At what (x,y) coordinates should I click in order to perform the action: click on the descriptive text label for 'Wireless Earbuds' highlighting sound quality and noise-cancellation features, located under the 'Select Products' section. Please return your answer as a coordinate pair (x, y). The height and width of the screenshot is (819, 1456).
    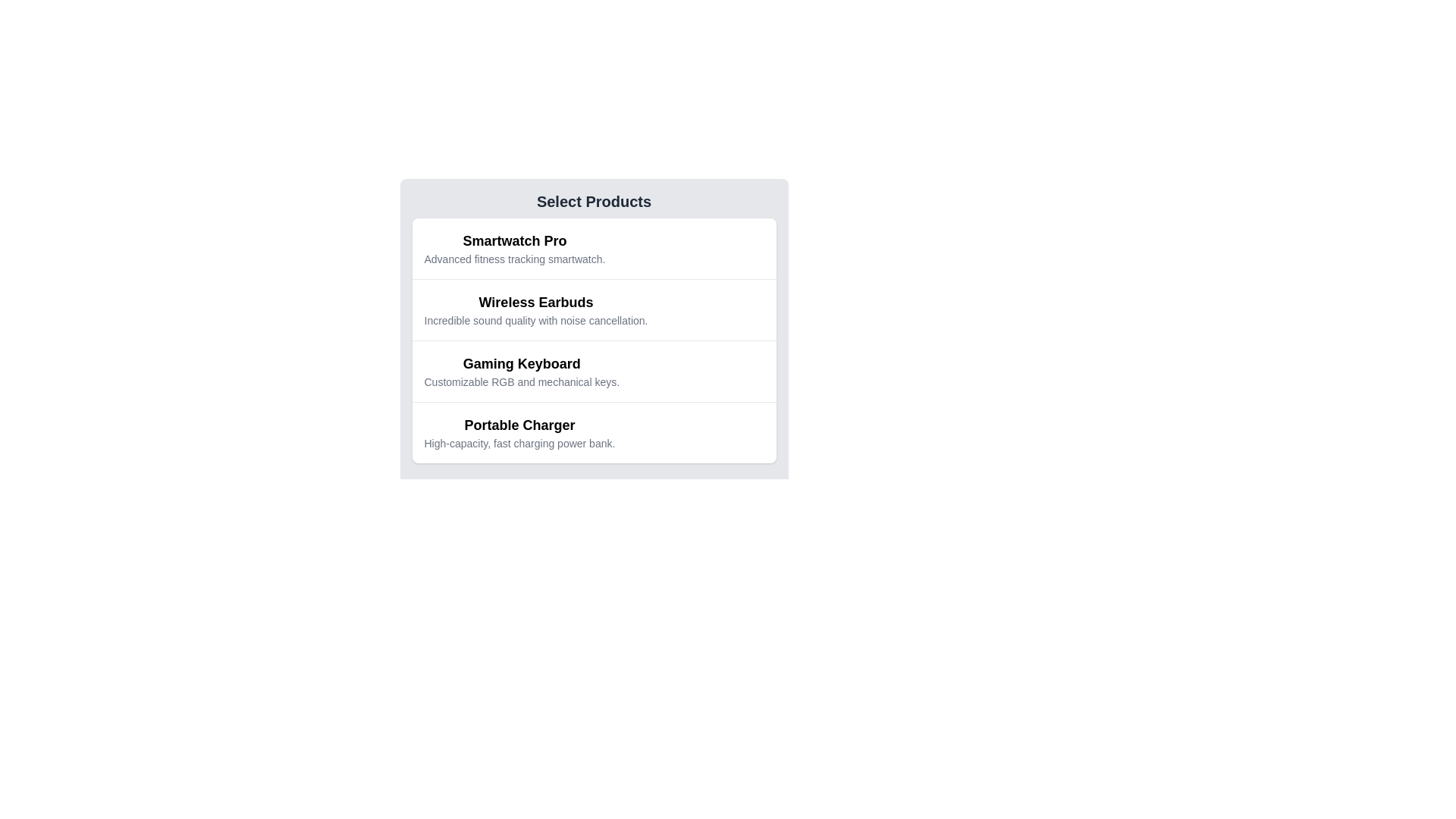
    Looking at the image, I should click on (535, 320).